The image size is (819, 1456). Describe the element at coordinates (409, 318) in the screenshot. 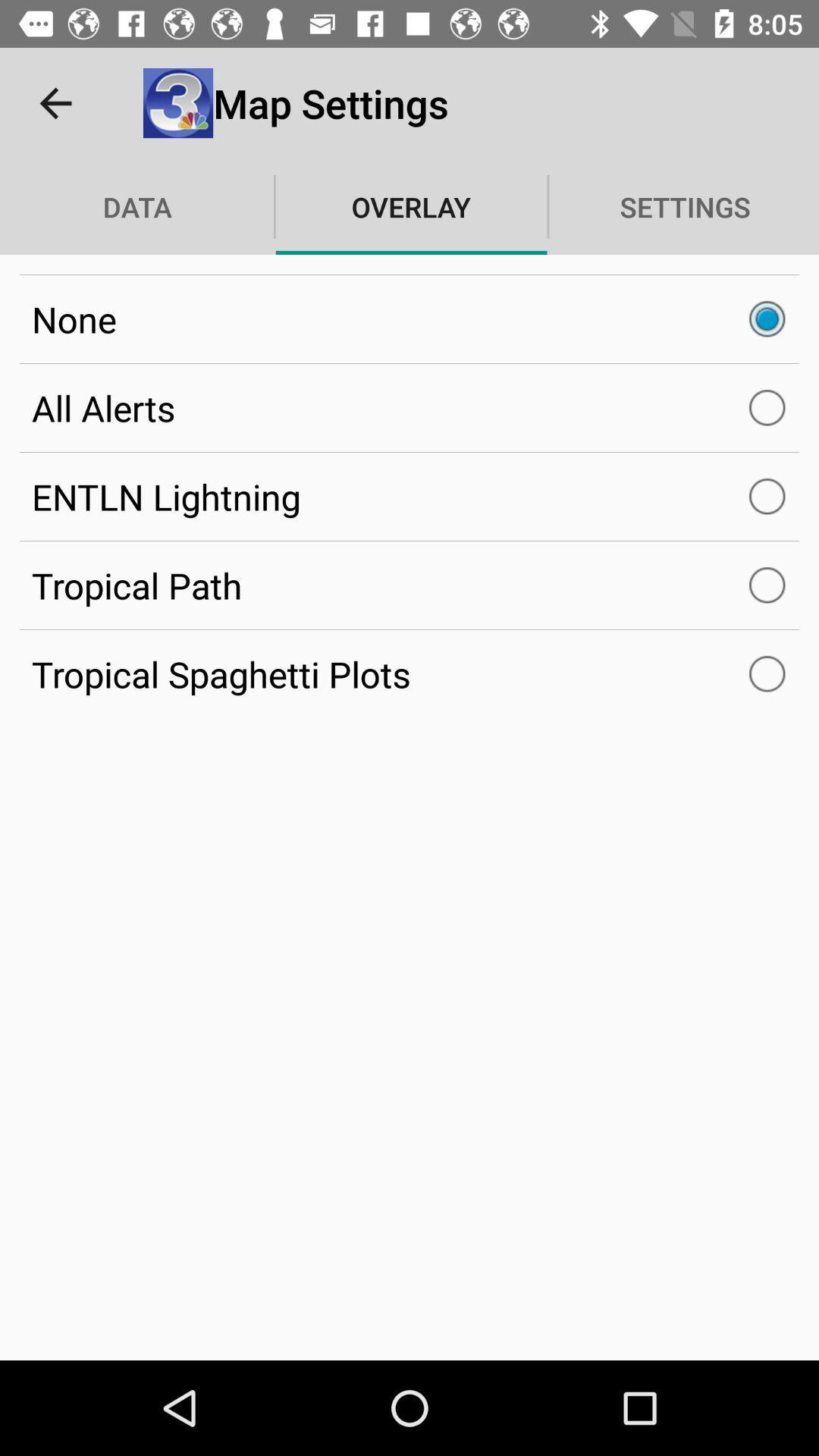

I see `none icon` at that location.